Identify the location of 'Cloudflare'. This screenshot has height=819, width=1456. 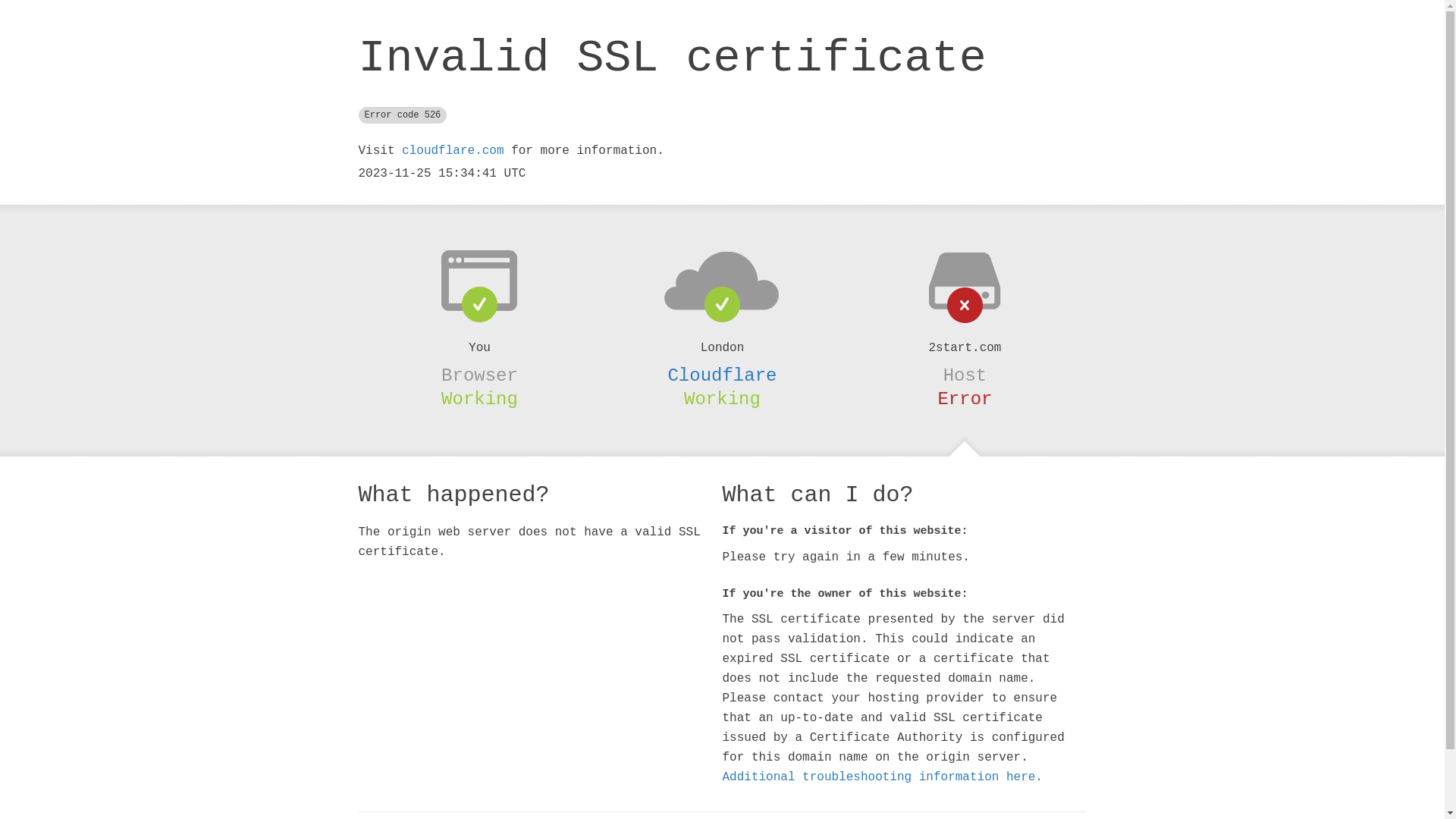
(720, 375).